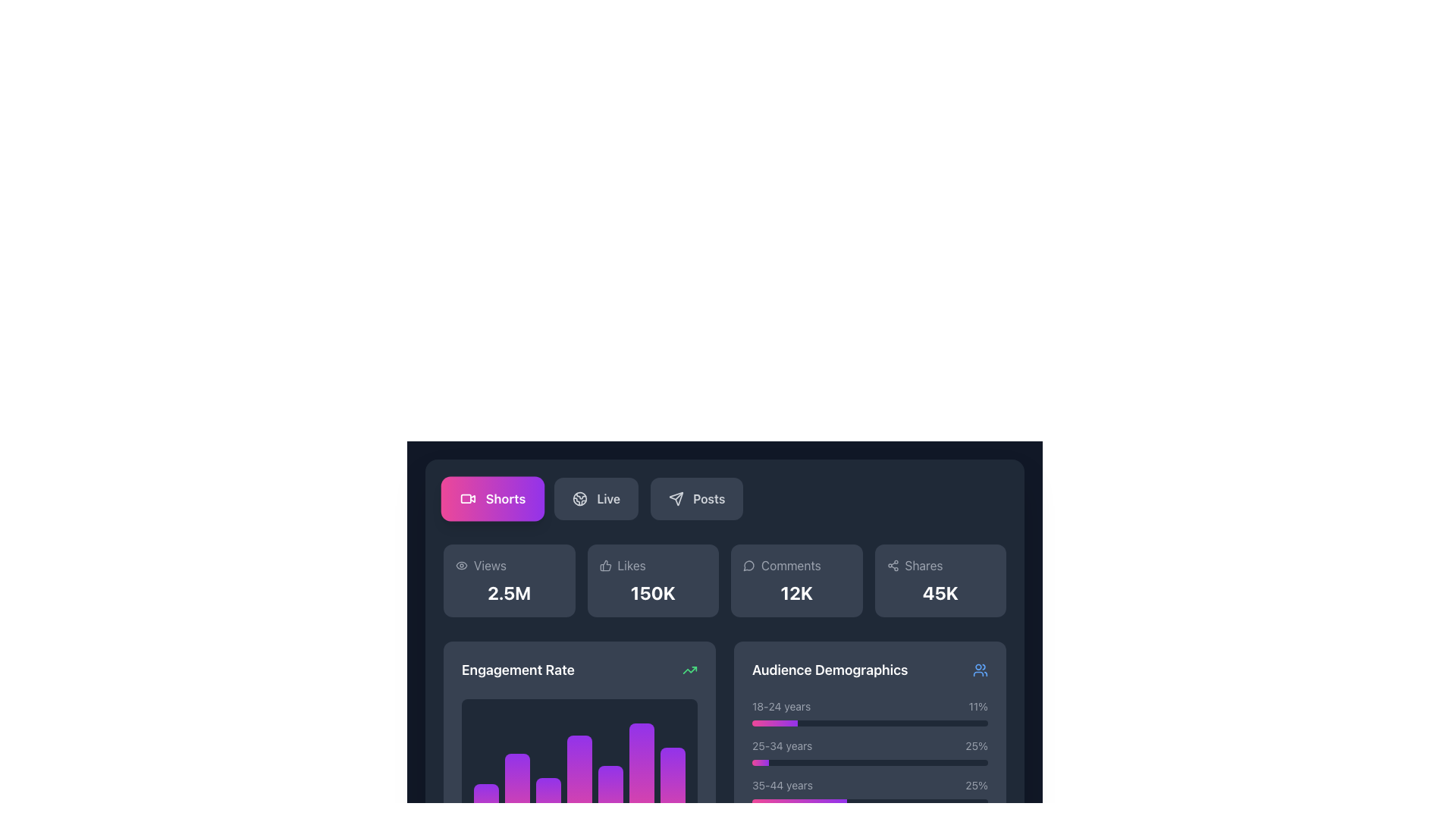 This screenshot has height=819, width=1456. I want to click on the progress bar that visually represents the percentage value for the '35-44 years' demographic group, located beneath the '35-44 years' label in the 'Audience Demographics' section, so click(870, 801).